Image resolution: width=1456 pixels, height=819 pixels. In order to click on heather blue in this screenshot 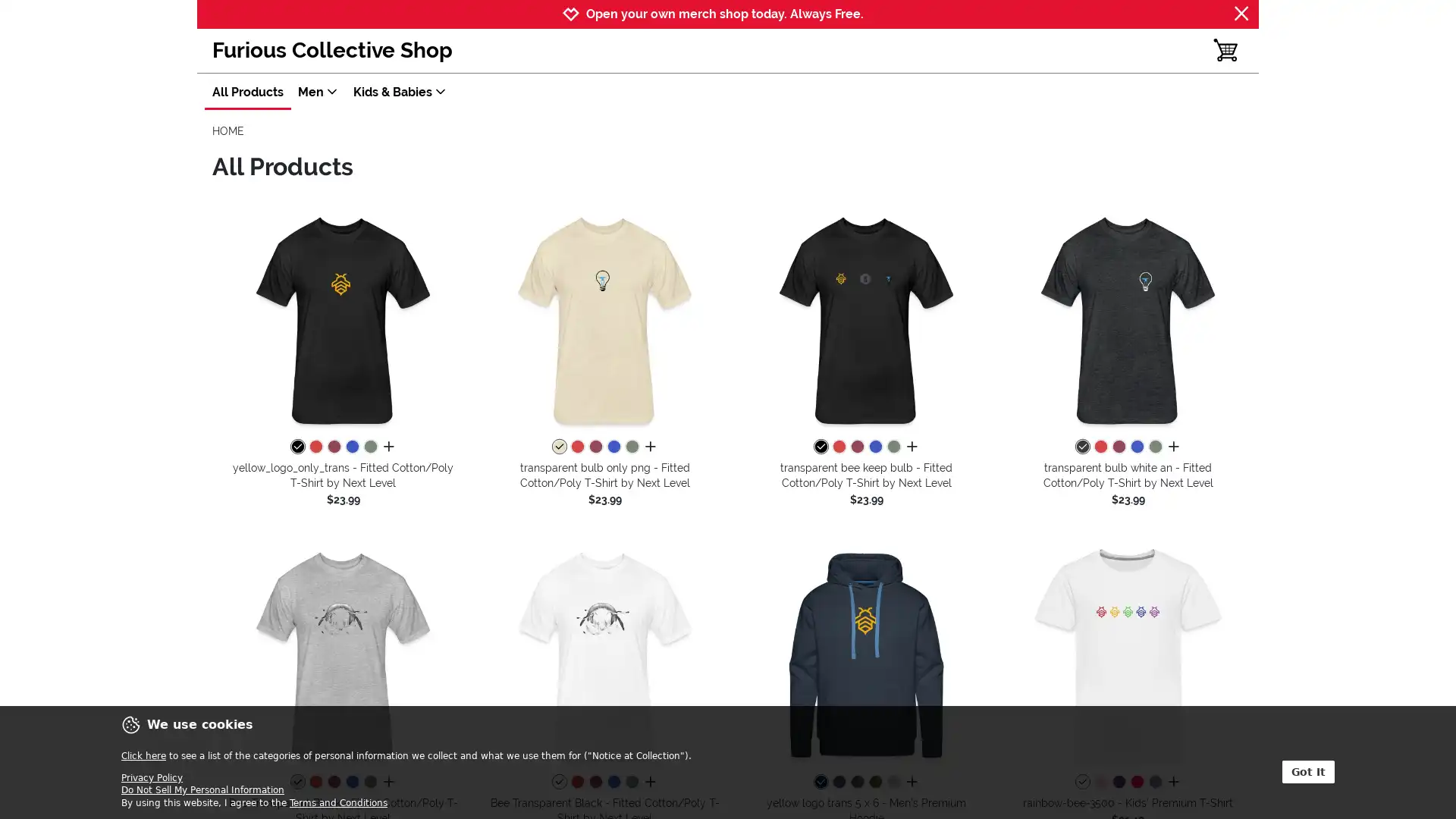, I will do `click(1153, 783)`.